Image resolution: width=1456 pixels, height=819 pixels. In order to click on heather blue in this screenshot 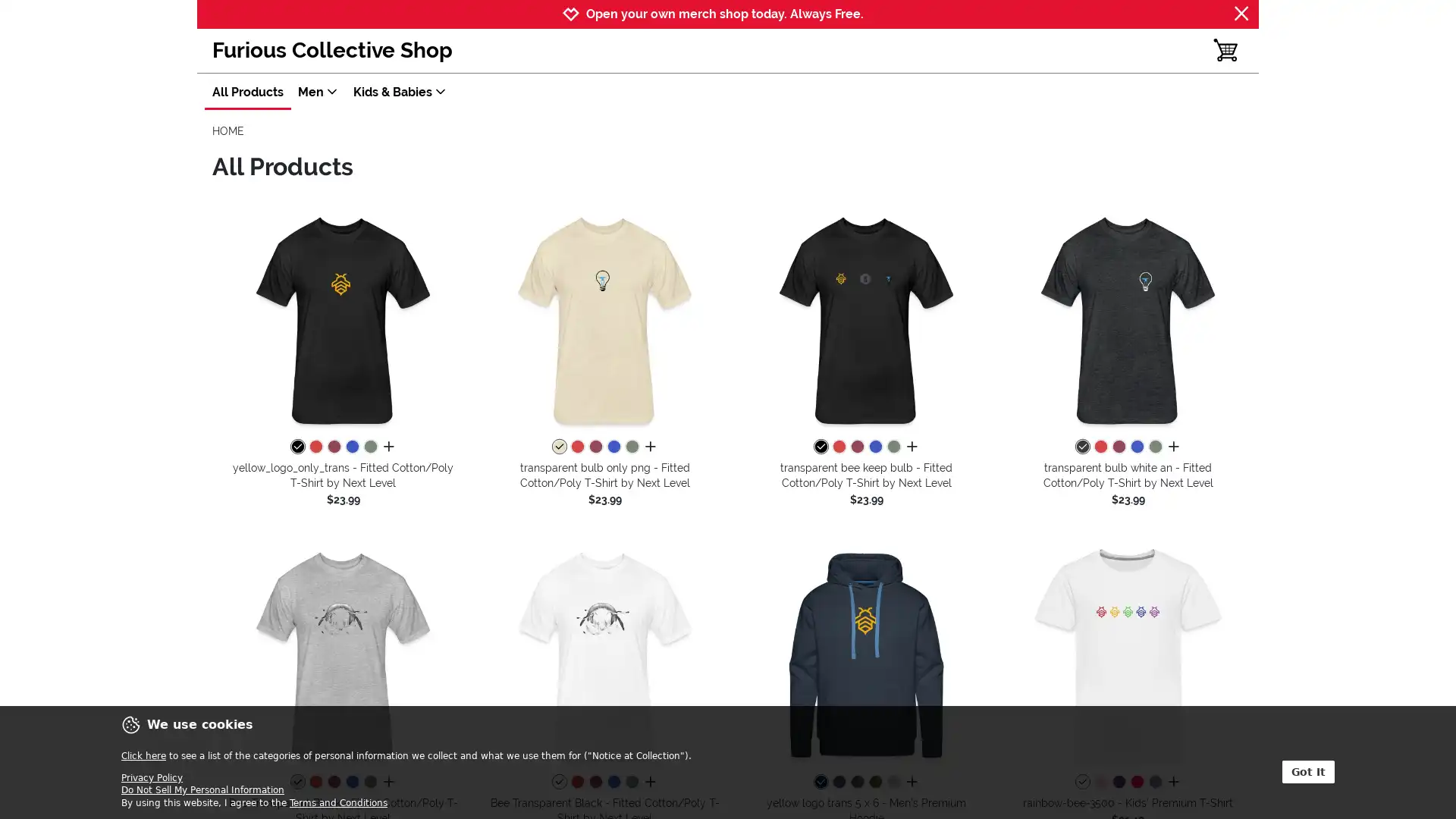, I will do `click(1153, 783)`.